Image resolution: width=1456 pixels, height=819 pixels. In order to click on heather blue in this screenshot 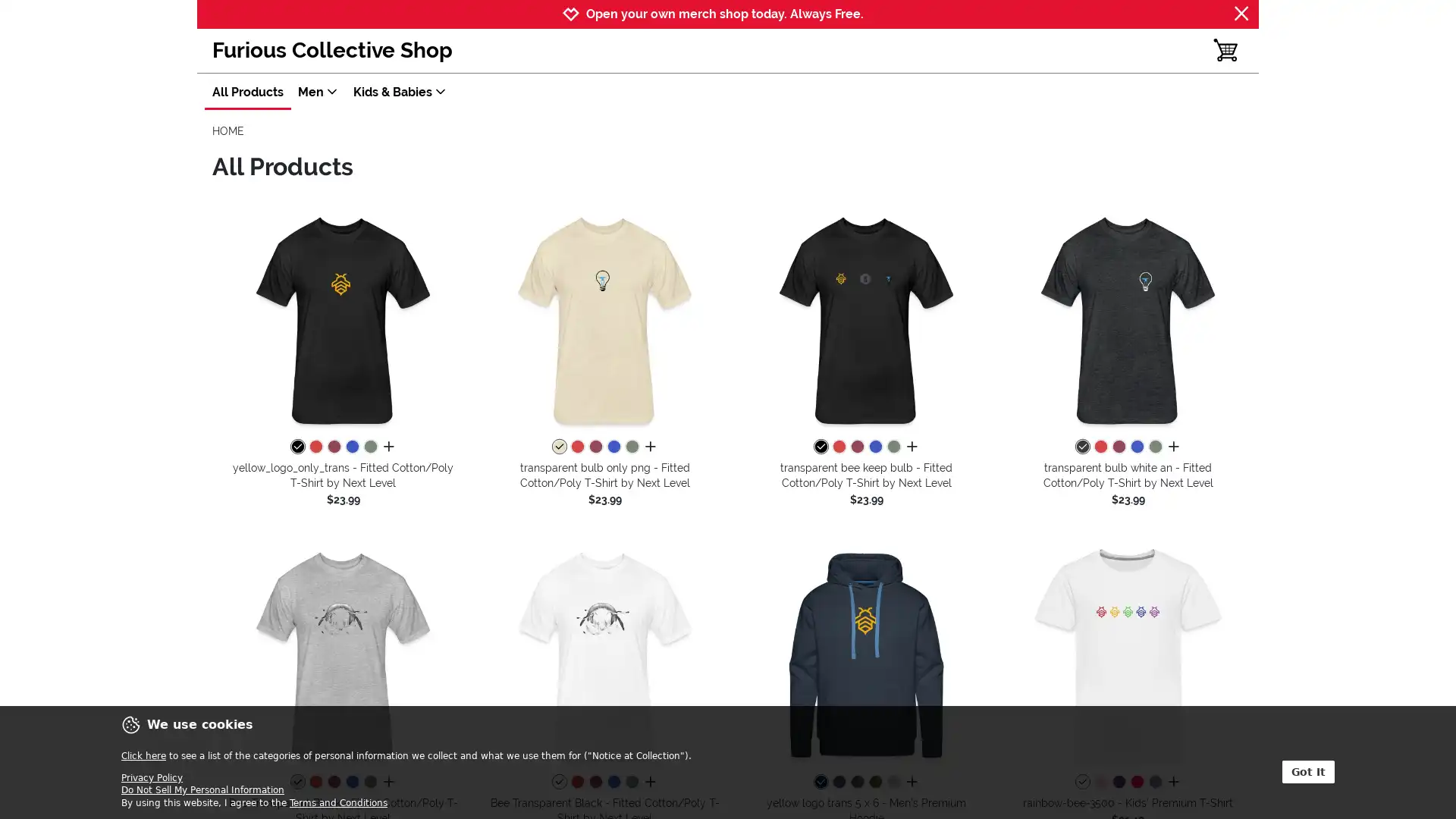, I will do `click(1153, 783)`.